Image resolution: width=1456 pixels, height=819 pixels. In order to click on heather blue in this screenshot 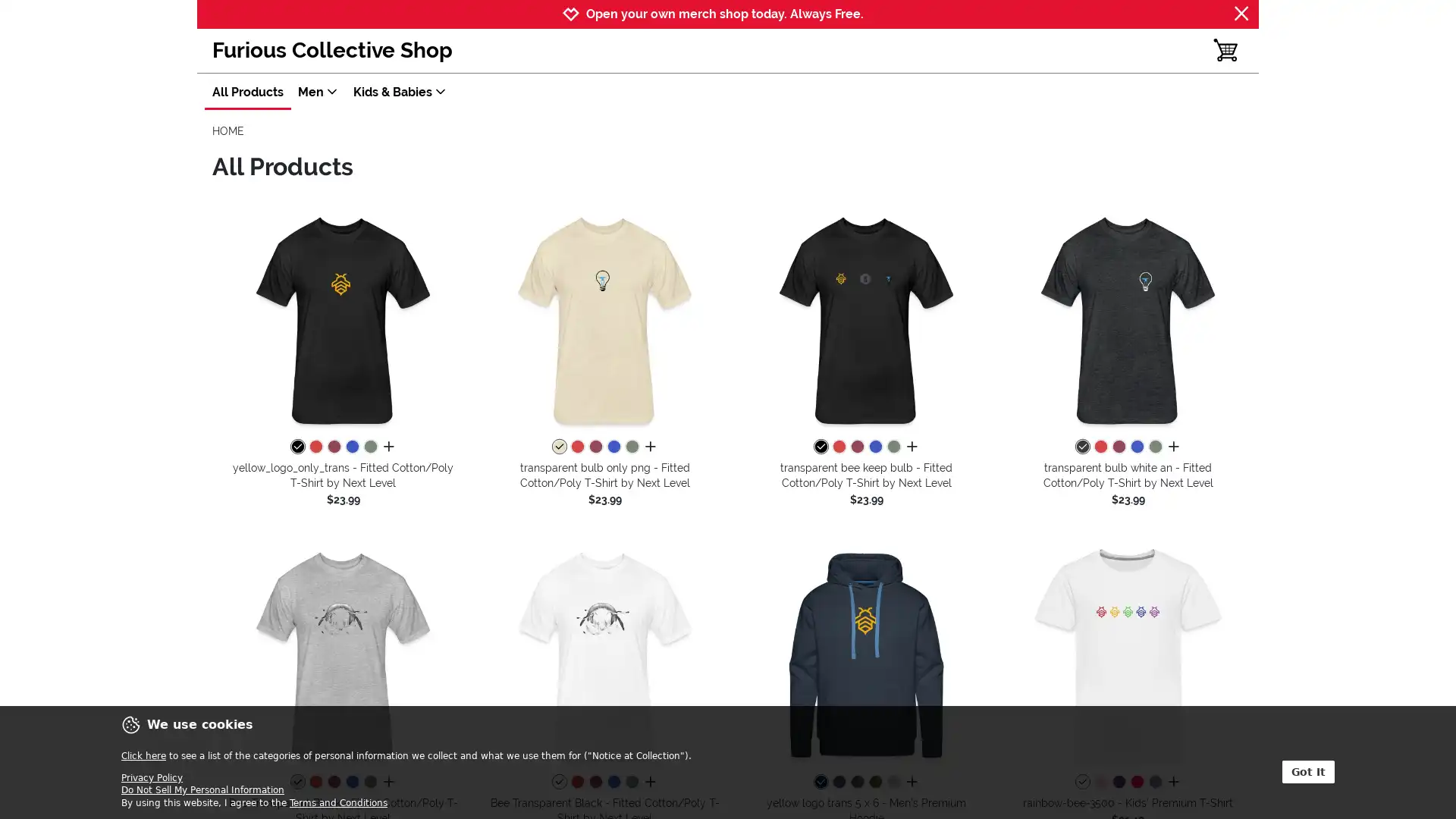, I will do `click(1153, 783)`.